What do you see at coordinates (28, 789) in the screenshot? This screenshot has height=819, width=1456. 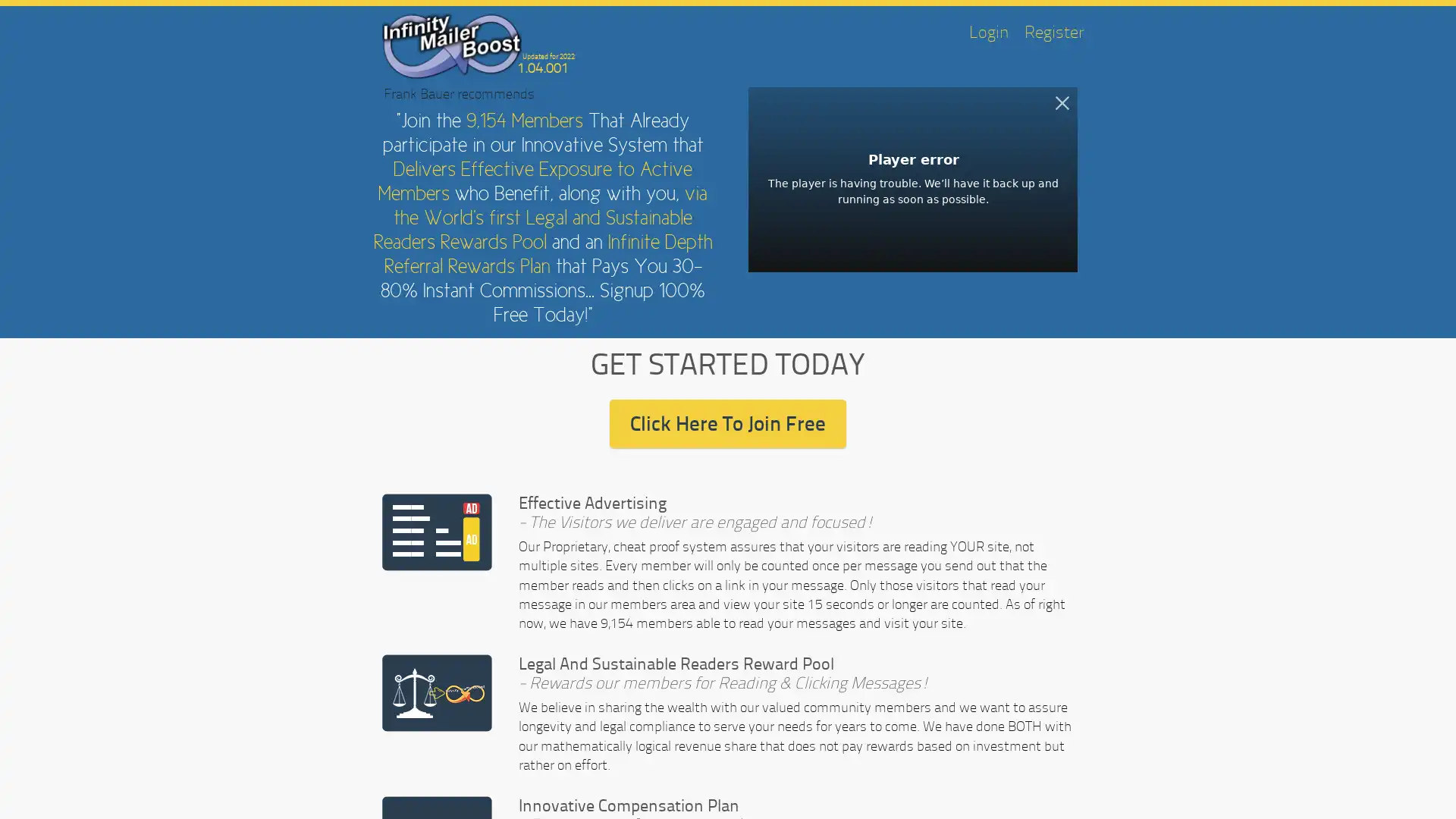 I see `Open Accessibility Panel` at bounding box center [28, 789].